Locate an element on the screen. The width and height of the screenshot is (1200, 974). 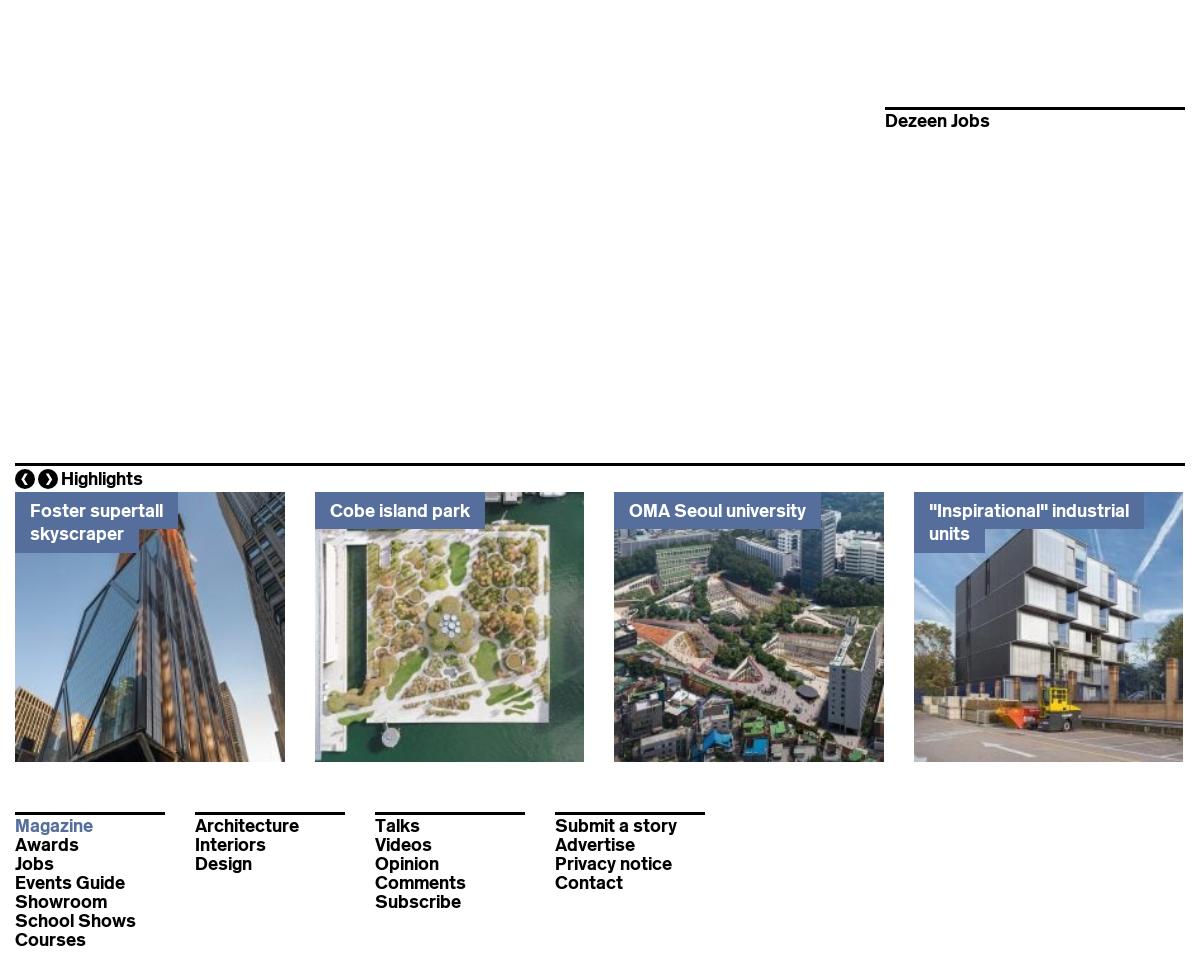
'Interiors' is located at coordinates (194, 845).